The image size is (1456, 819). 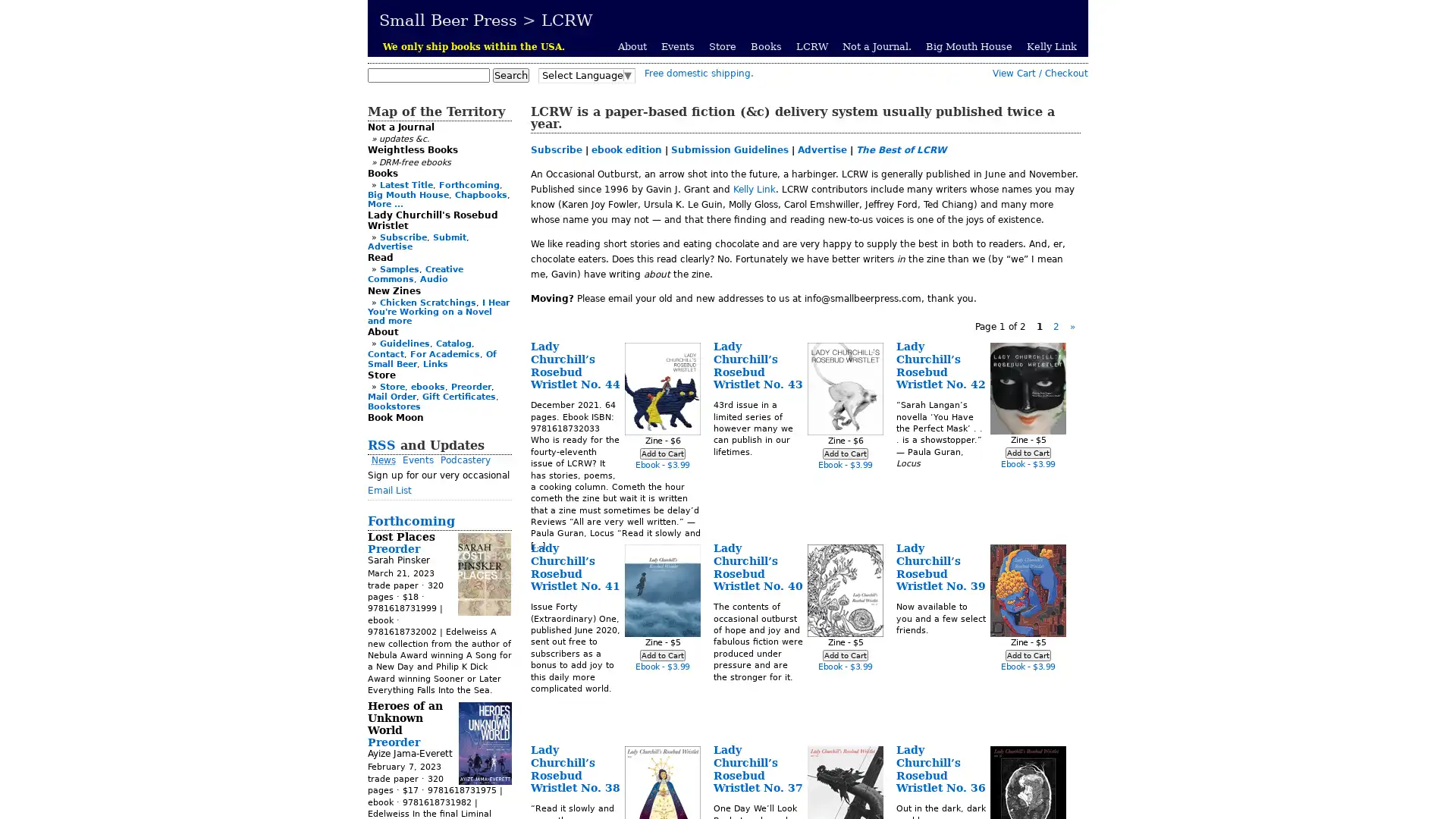 What do you see at coordinates (844, 452) in the screenshot?
I see `Add to Cart` at bounding box center [844, 452].